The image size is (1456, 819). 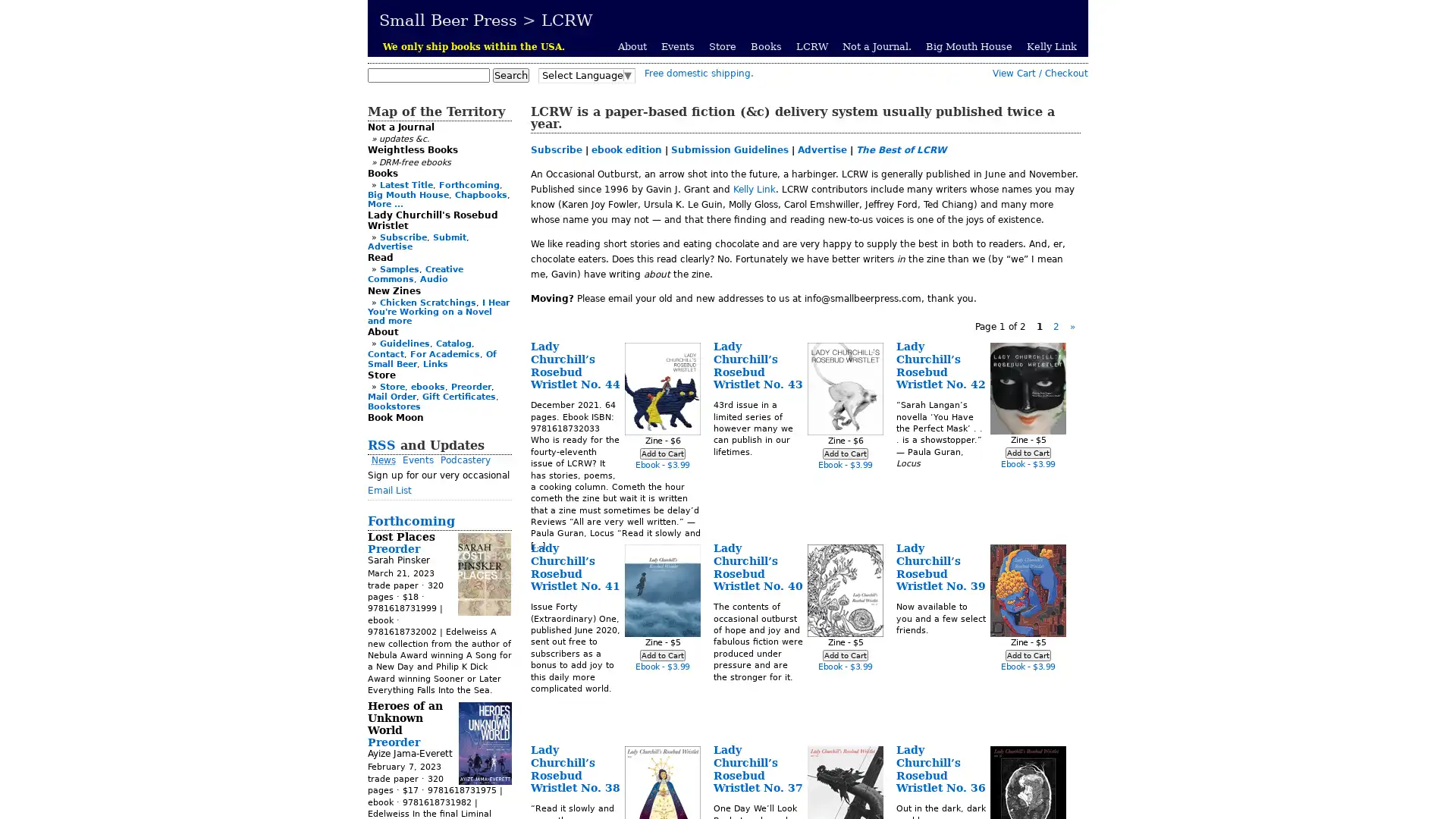 What do you see at coordinates (844, 452) in the screenshot?
I see `Add to Cart` at bounding box center [844, 452].